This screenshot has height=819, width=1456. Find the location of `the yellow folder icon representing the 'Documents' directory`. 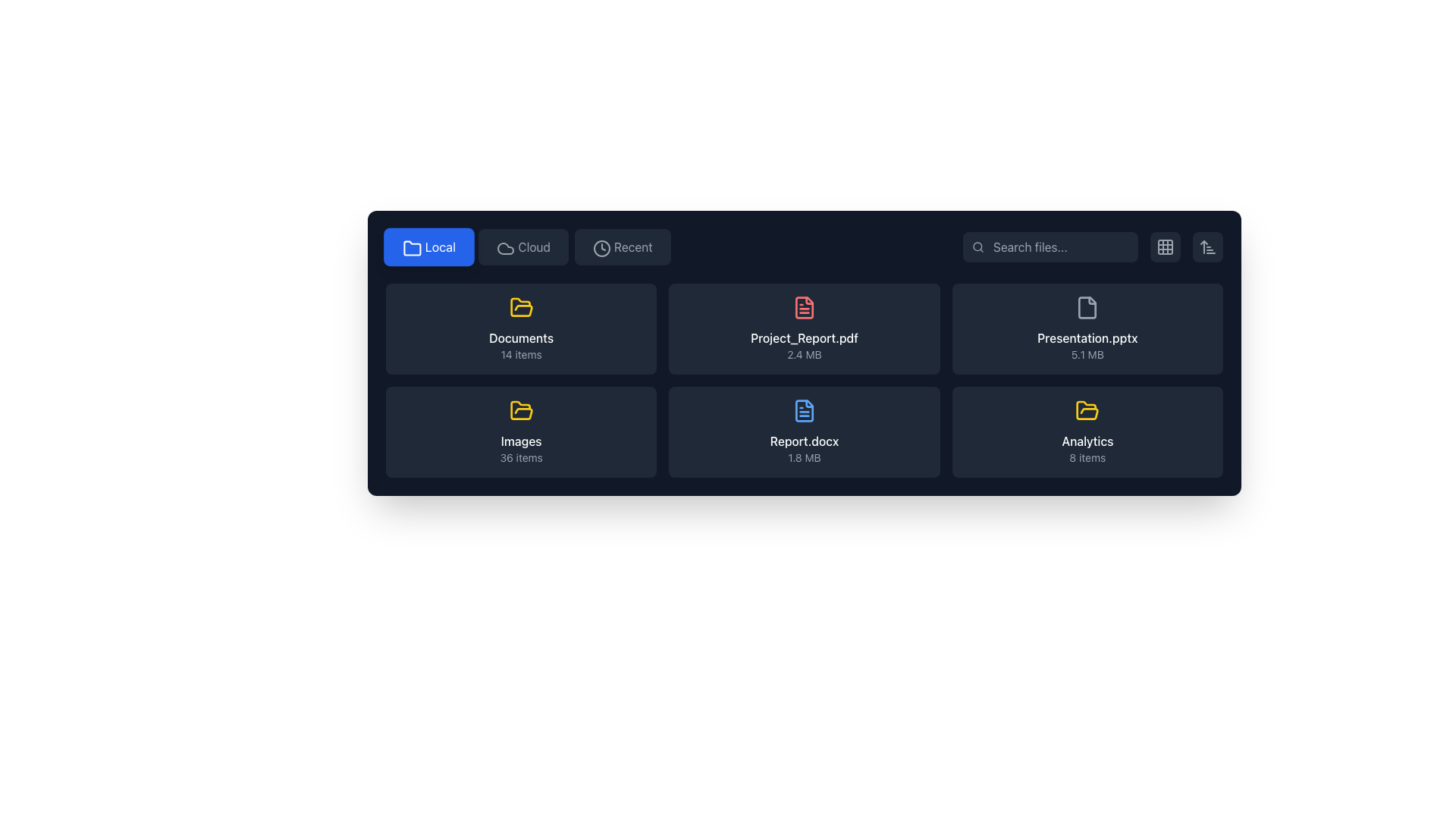

the yellow folder icon representing the 'Documents' directory is located at coordinates (521, 410).